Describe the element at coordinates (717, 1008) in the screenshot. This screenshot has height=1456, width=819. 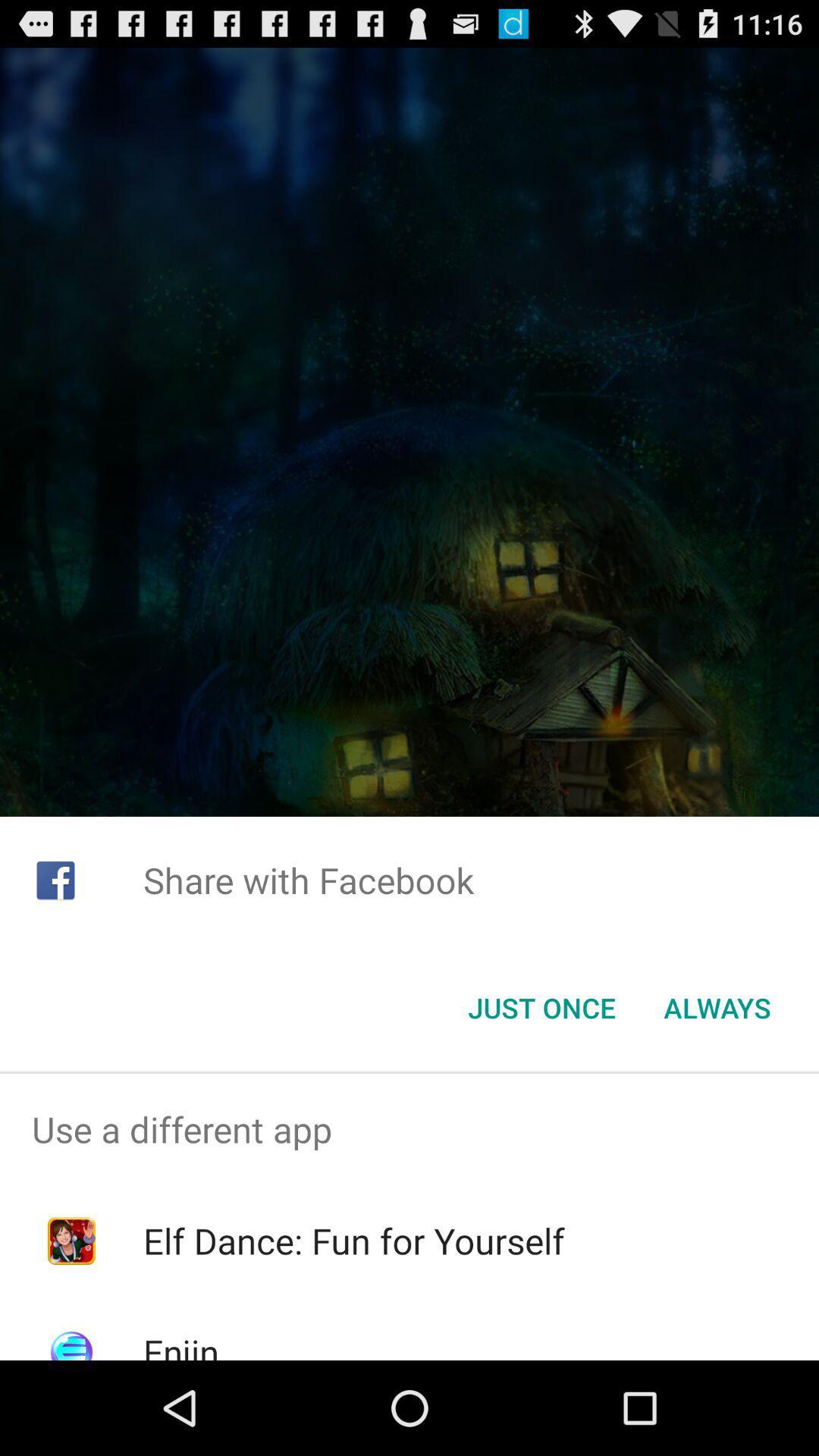
I see `always` at that location.